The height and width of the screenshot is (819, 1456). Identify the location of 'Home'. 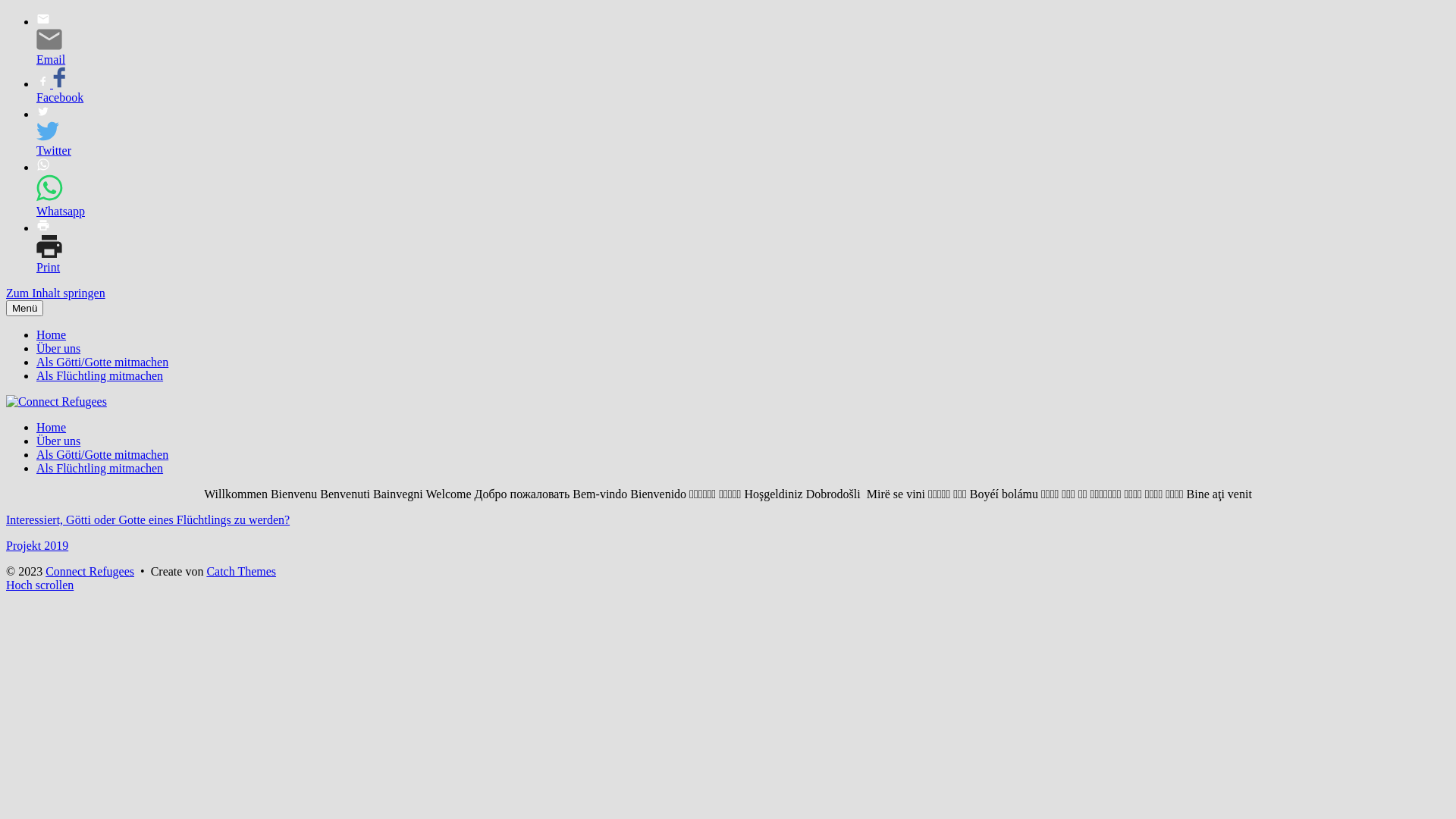
(51, 427).